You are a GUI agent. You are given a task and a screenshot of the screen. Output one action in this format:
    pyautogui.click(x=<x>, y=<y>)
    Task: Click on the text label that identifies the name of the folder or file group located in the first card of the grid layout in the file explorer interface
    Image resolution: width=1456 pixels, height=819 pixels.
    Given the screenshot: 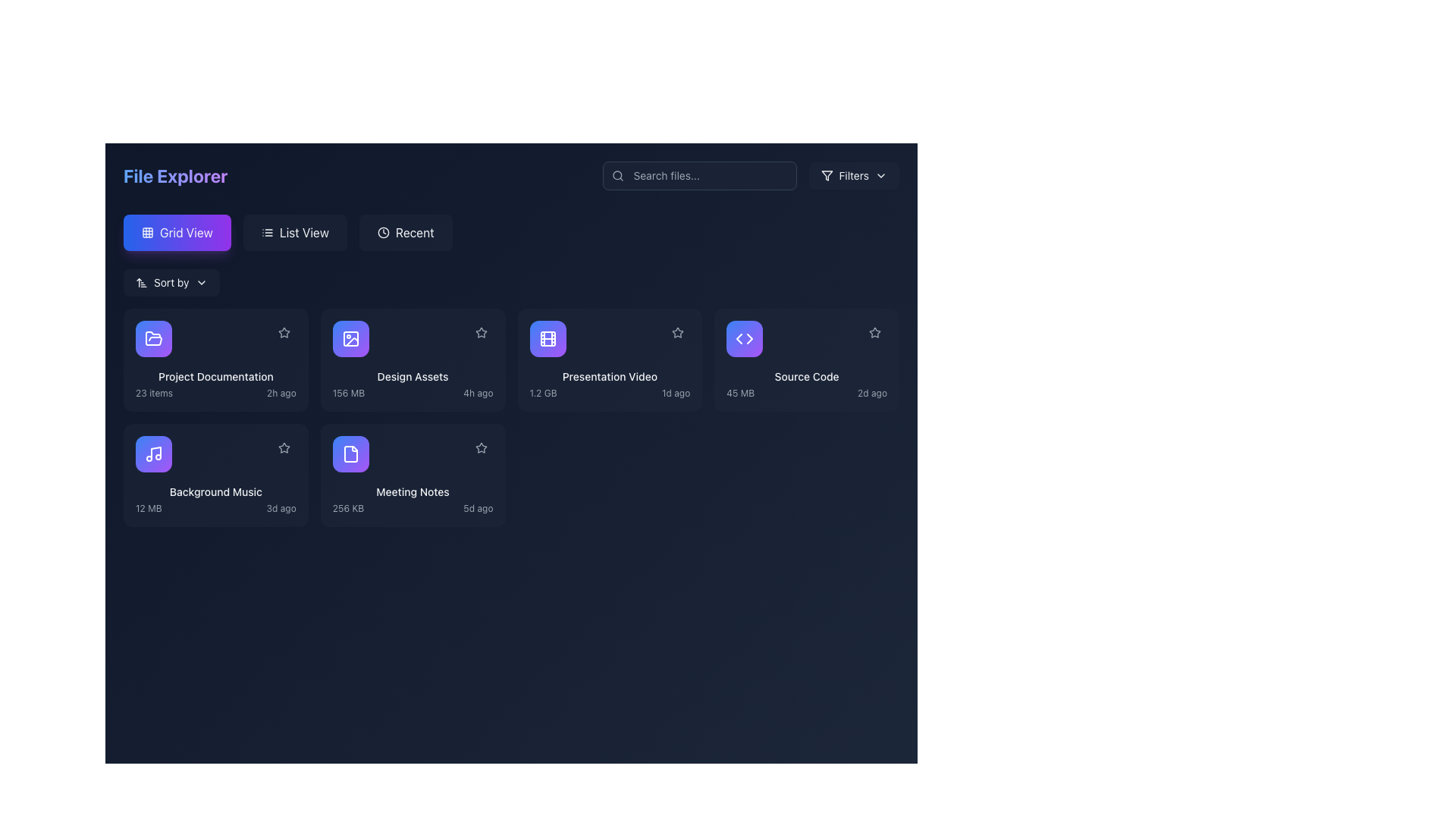 What is the action you would take?
    pyautogui.click(x=215, y=376)
    